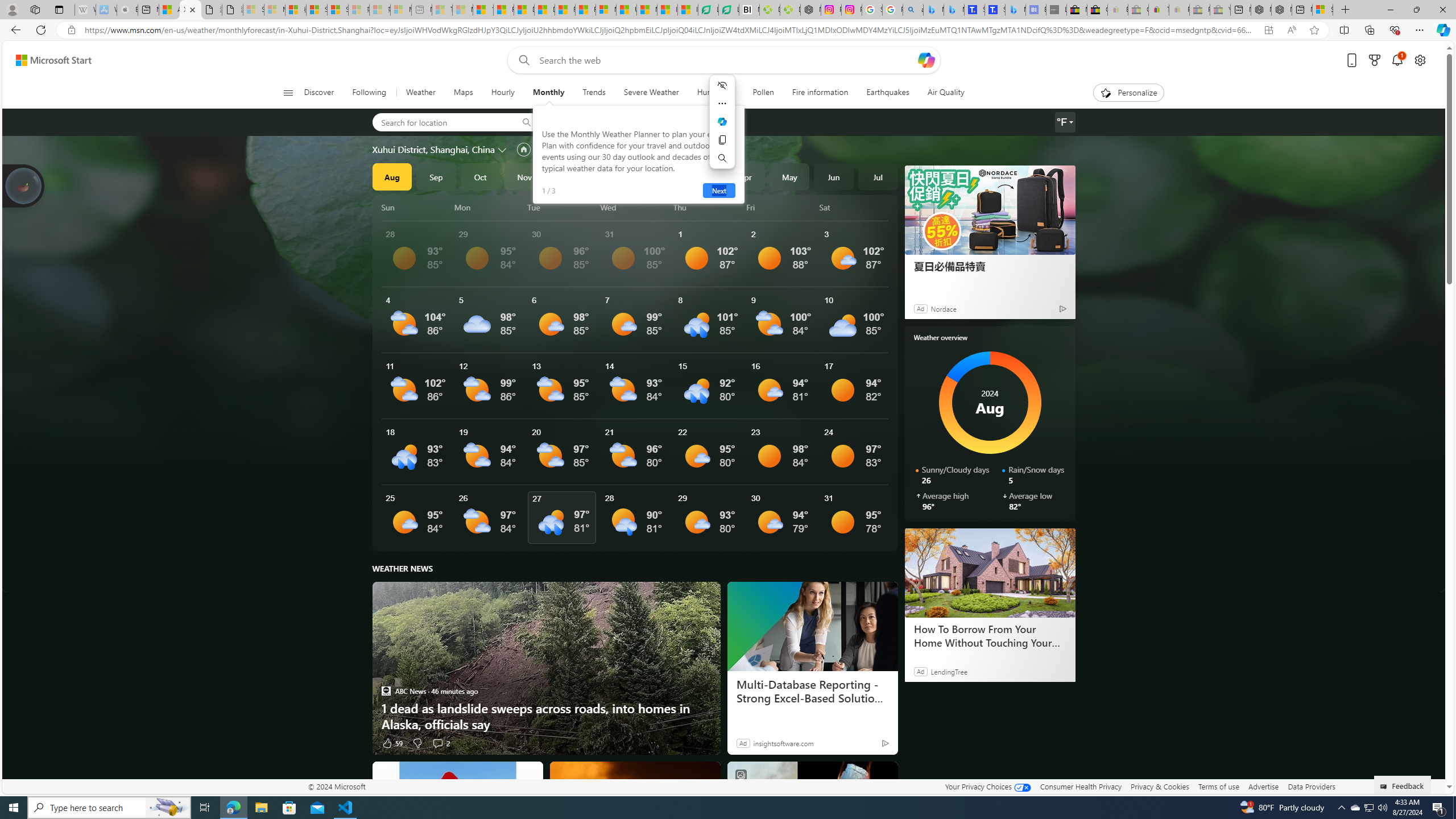  What do you see at coordinates (549, 92) in the screenshot?
I see `'Monthly'` at bounding box center [549, 92].